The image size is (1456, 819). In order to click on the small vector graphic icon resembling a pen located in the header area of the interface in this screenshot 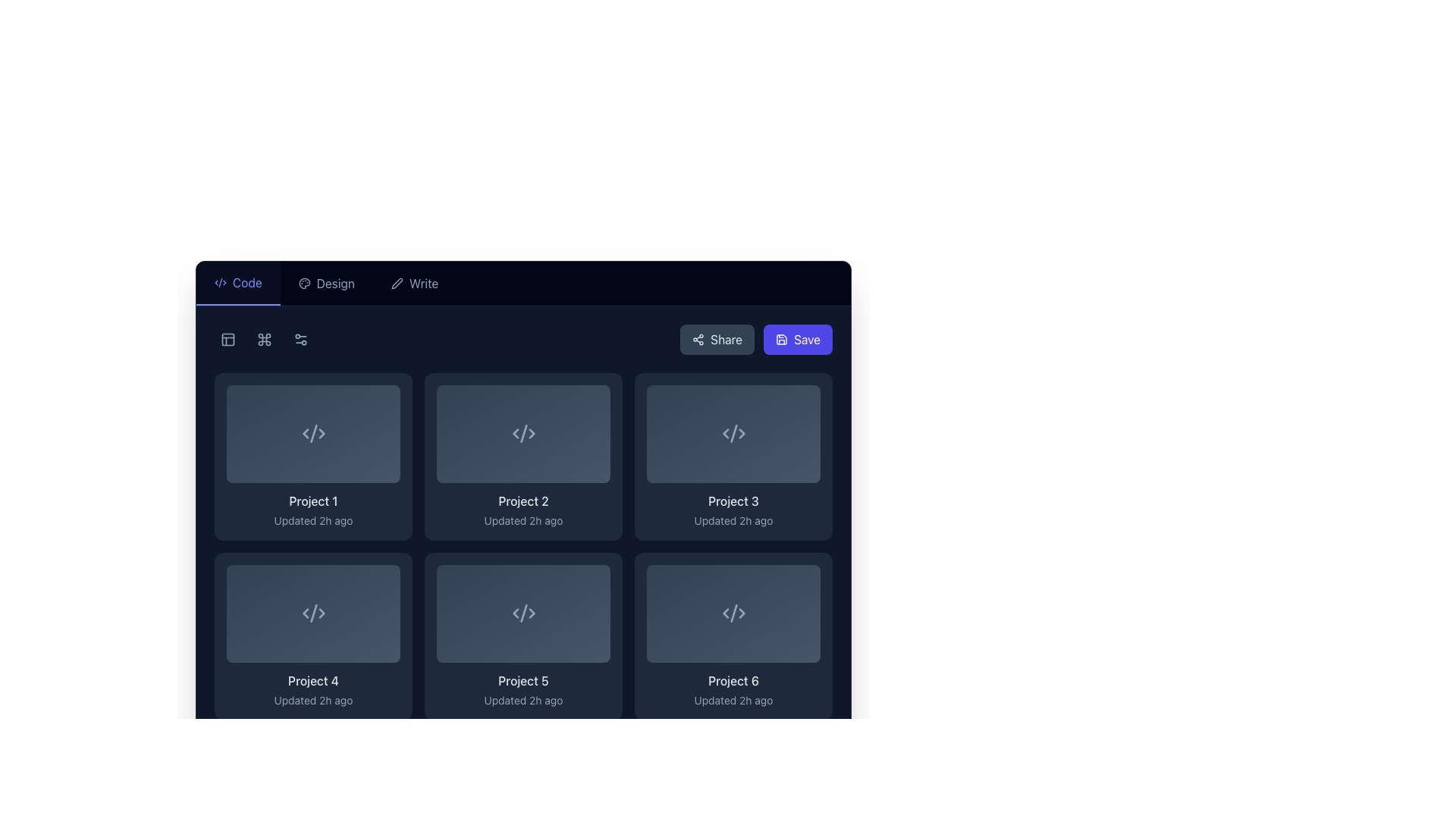, I will do `click(397, 284)`.